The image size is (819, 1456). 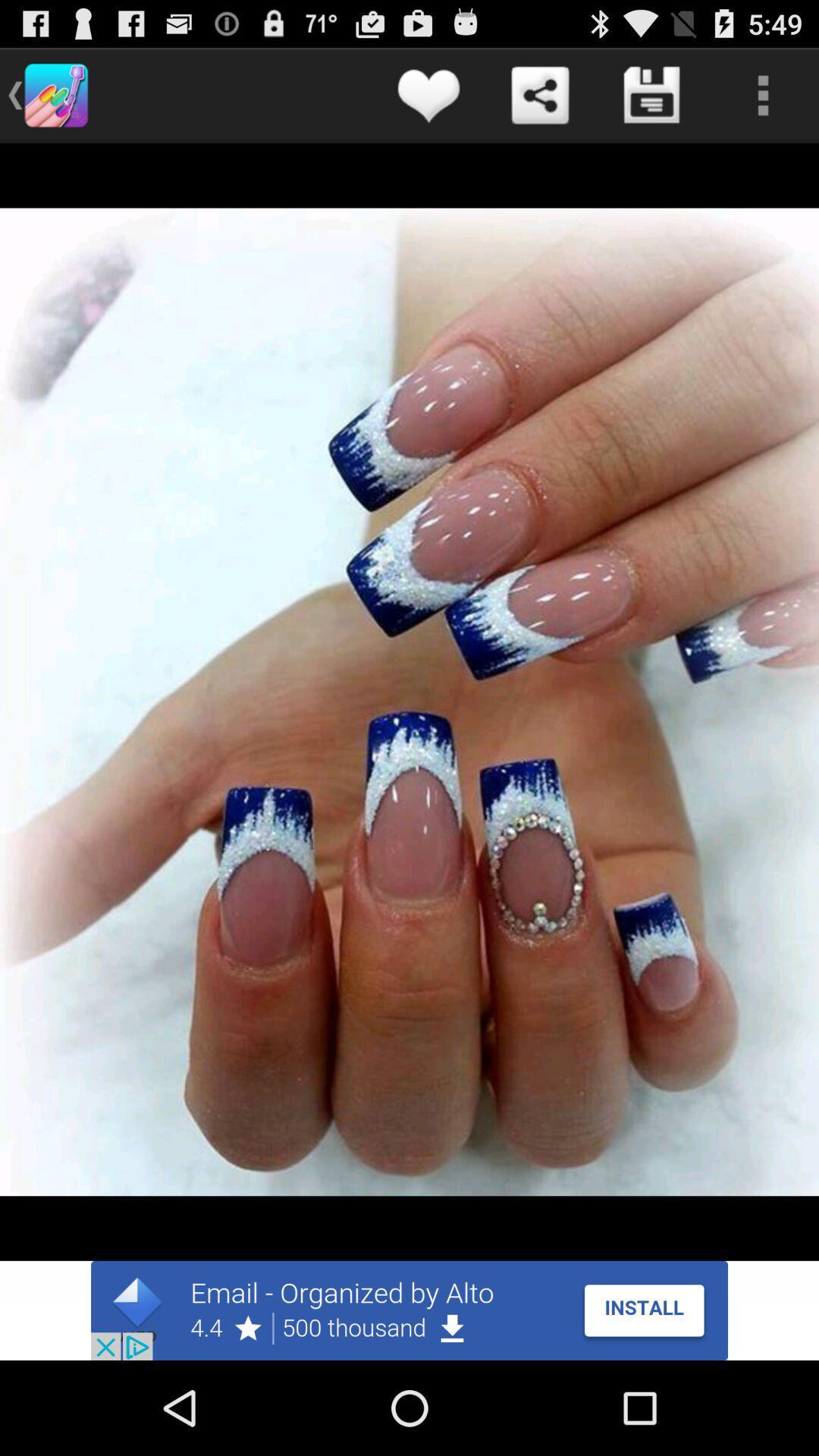 What do you see at coordinates (409, 1310) in the screenshot?
I see `advertisement from outside source` at bounding box center [409, 1310].